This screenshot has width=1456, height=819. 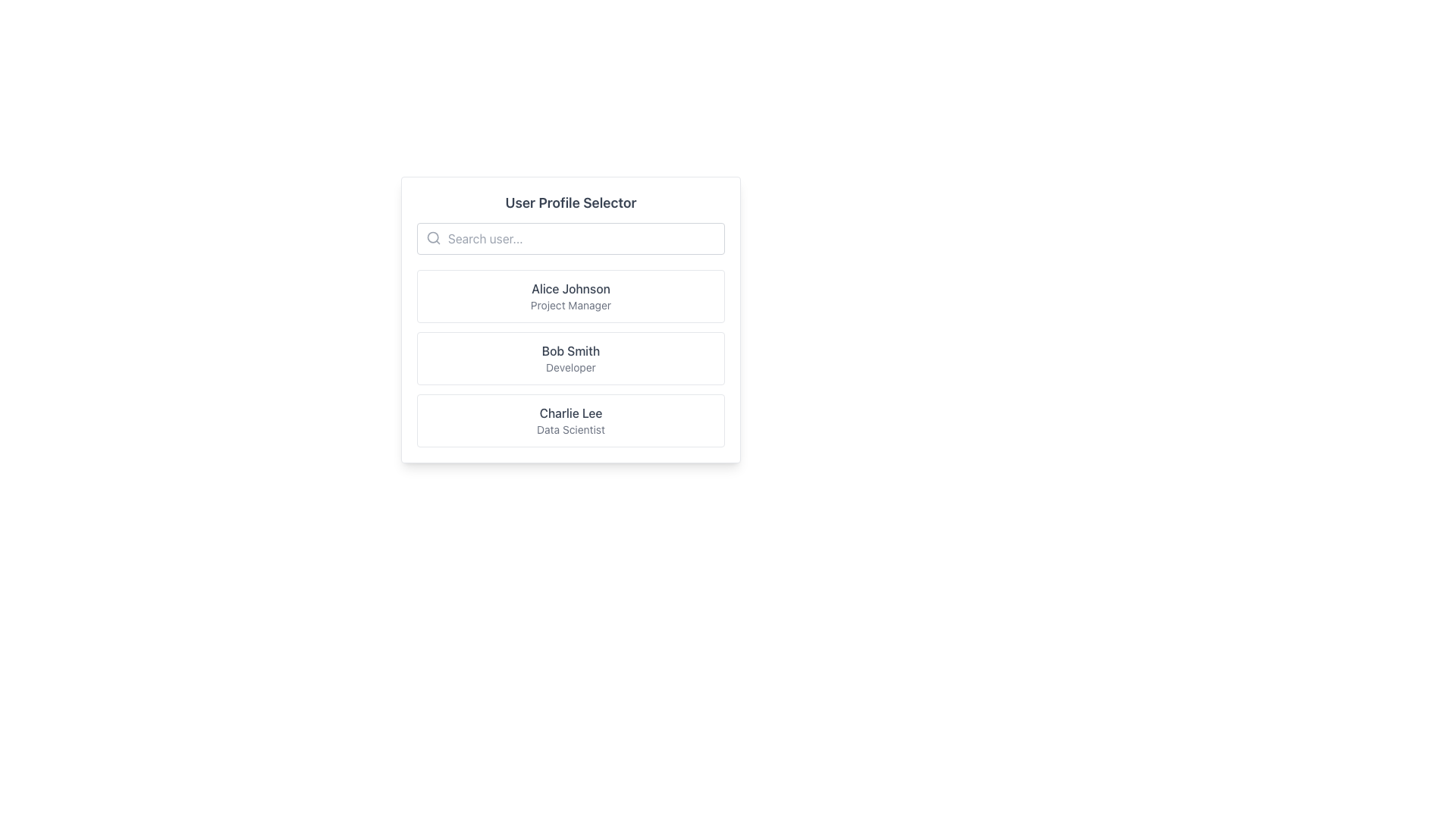 I want to click on the informational display element for the user profile that contains the user's name and occupation, which is the second entry in the 'User Profile Selector' modal, located beneath 'Alice Johnson' and above 'Charlie Lee', so click(x=570, y=359).